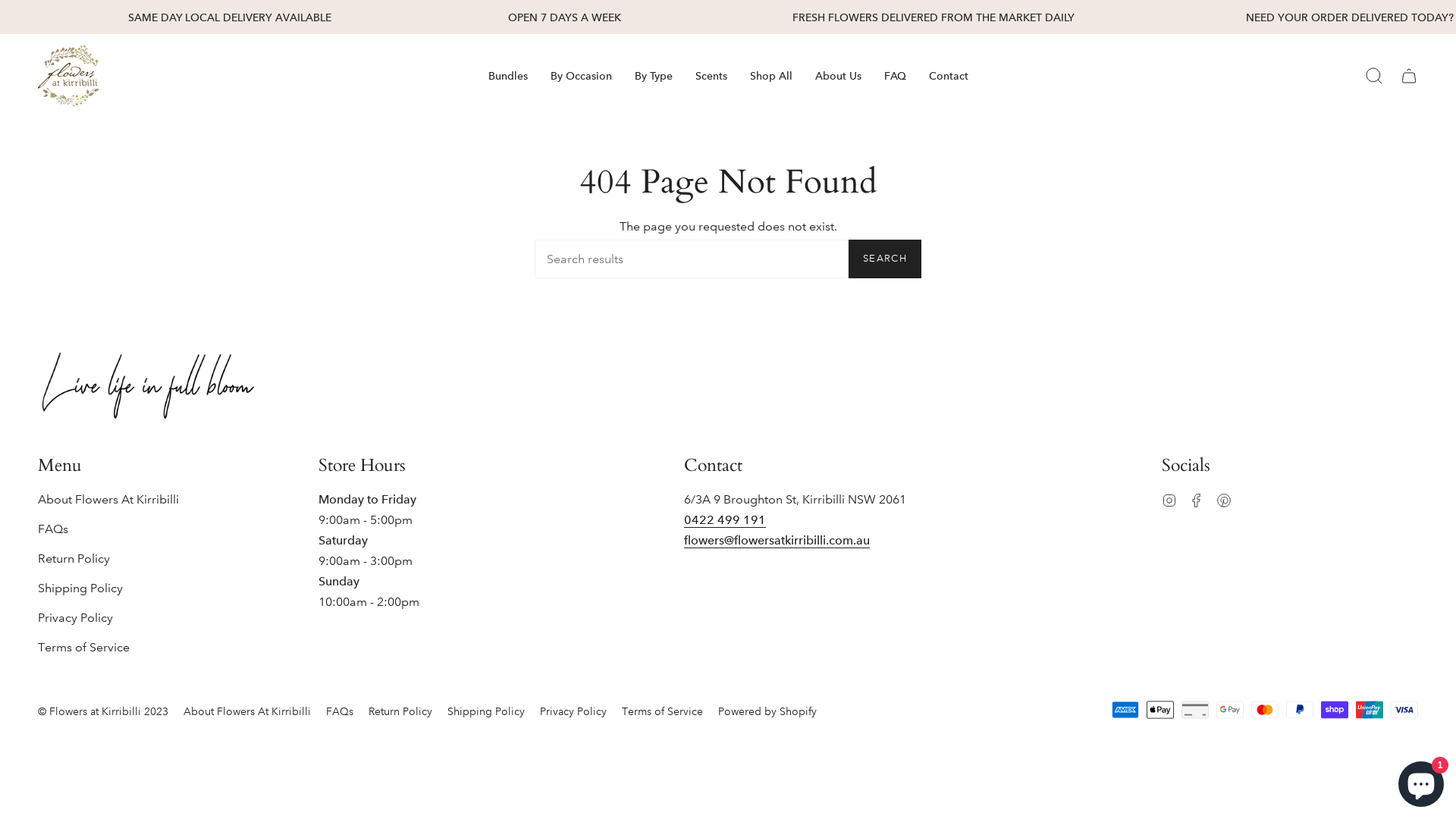 This screenshot has height=819, width=1456. I want to click on 'Scents', so click(710, 76).